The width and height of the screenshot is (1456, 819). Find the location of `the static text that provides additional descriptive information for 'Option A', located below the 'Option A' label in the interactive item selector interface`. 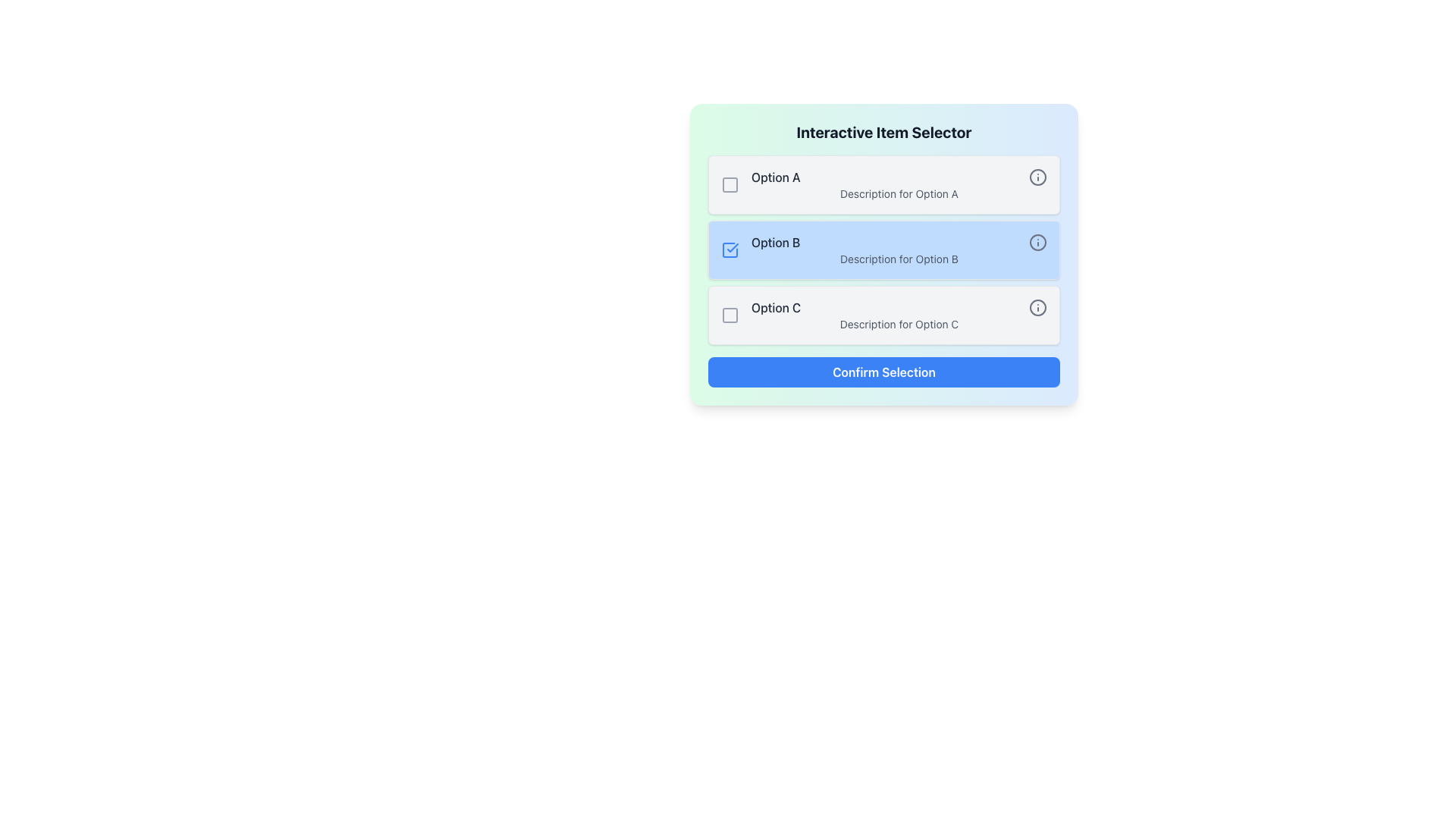

the static text that provides additional descriptive information for 'Option A', located below the 'Option A' label in the interactive item selector interface is located at coordinates (899, 193).